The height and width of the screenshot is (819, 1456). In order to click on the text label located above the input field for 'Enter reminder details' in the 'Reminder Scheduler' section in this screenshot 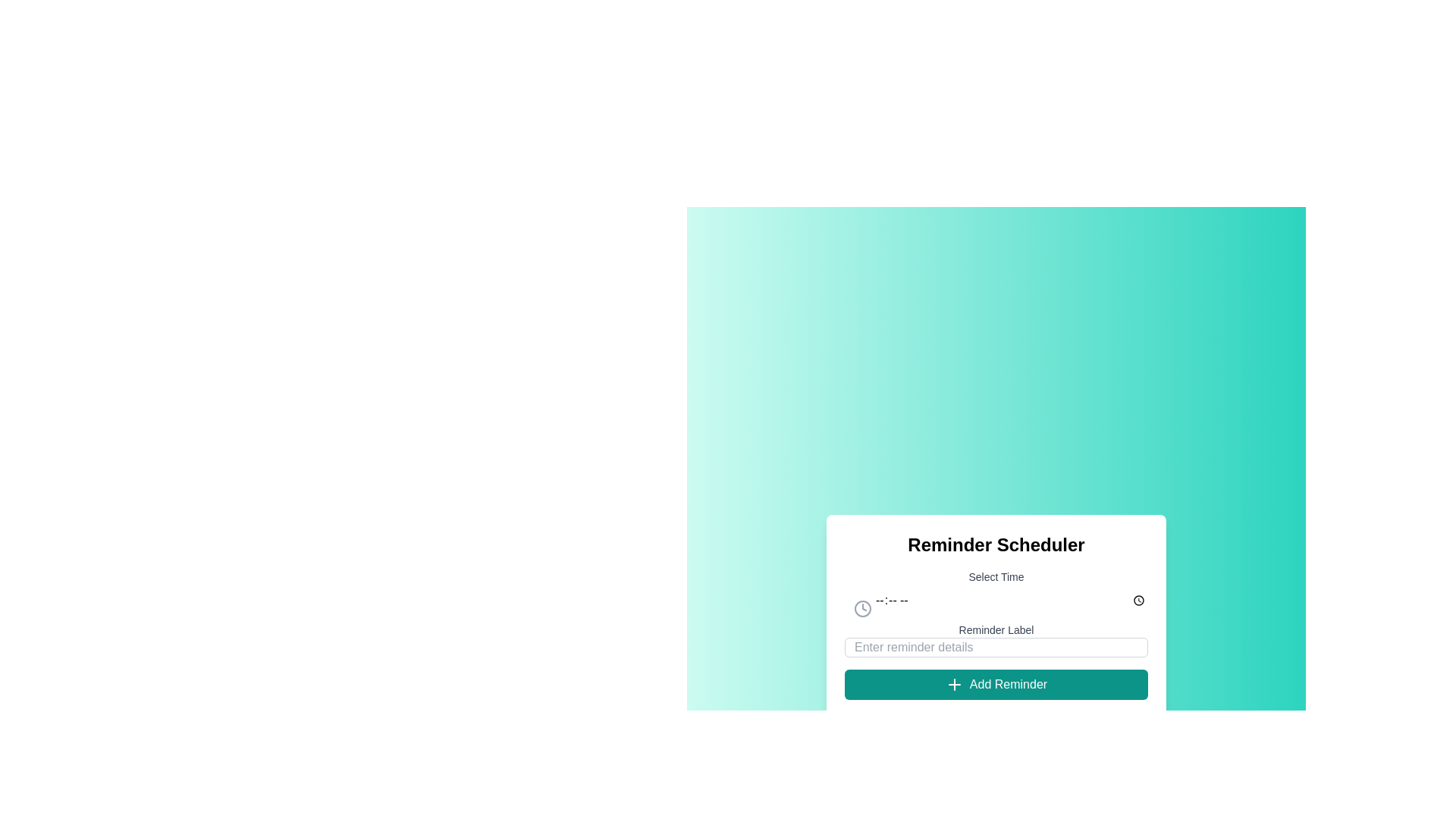, I will do `click(996, 629)`.